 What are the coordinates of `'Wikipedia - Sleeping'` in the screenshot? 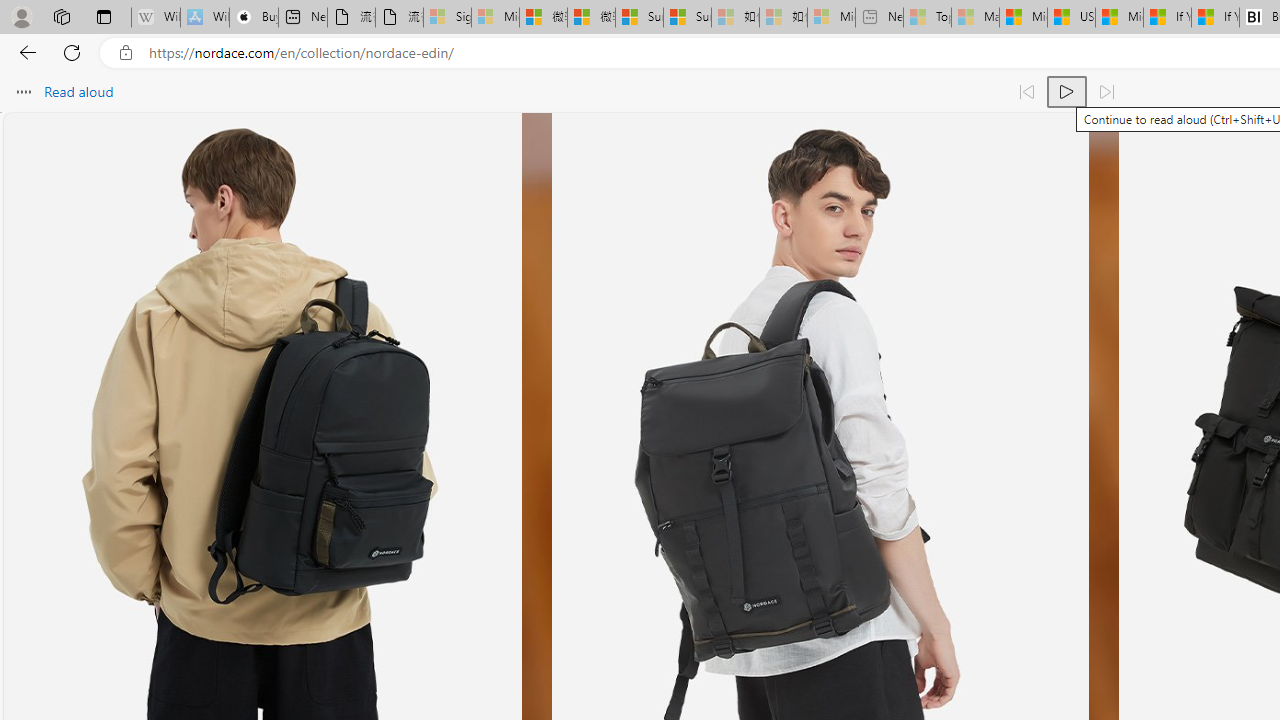 It's located at (155, 17).